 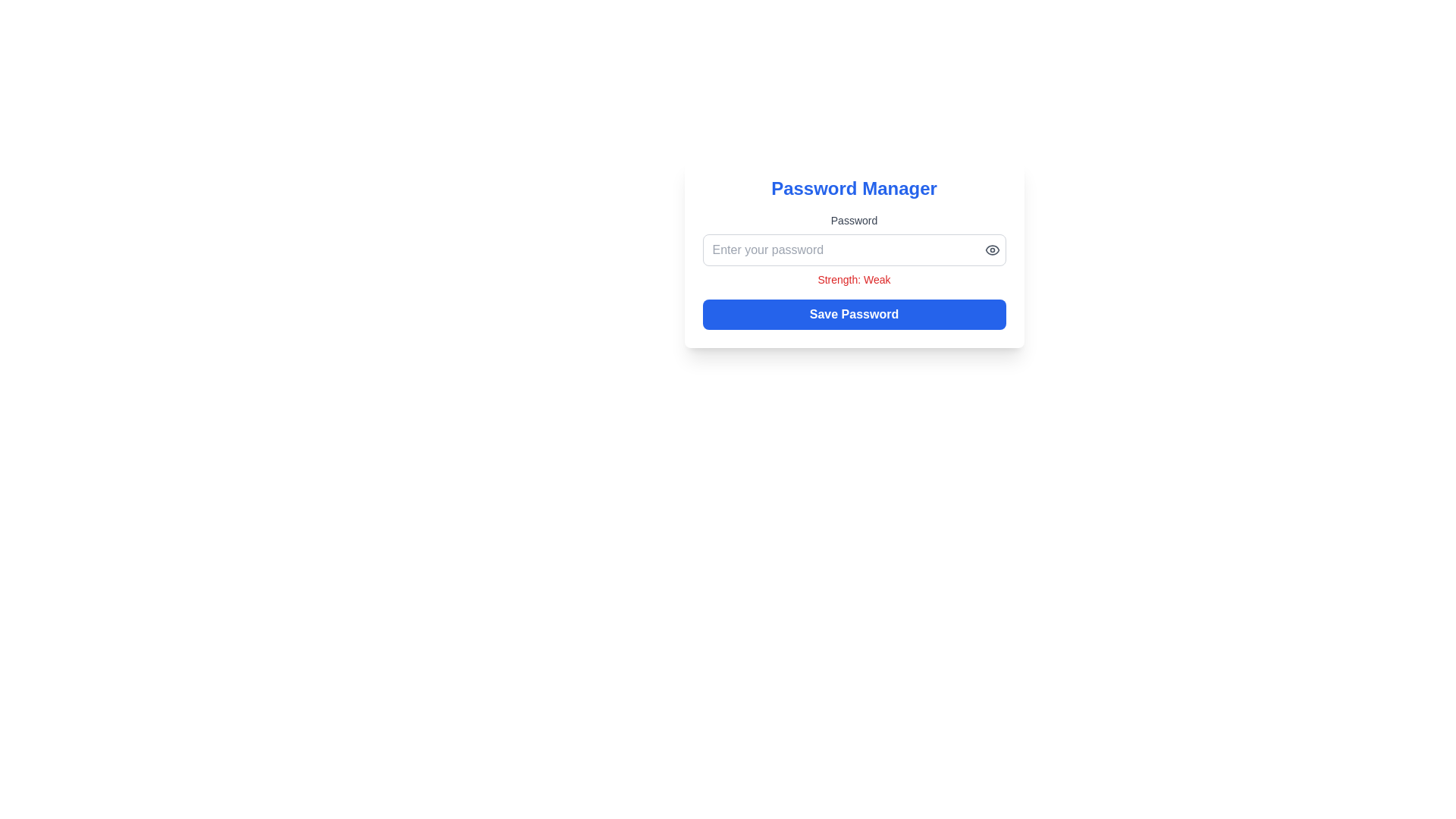 I want to click on the password input field of the password manager interface to focus on it, so click(x=854, y=253).